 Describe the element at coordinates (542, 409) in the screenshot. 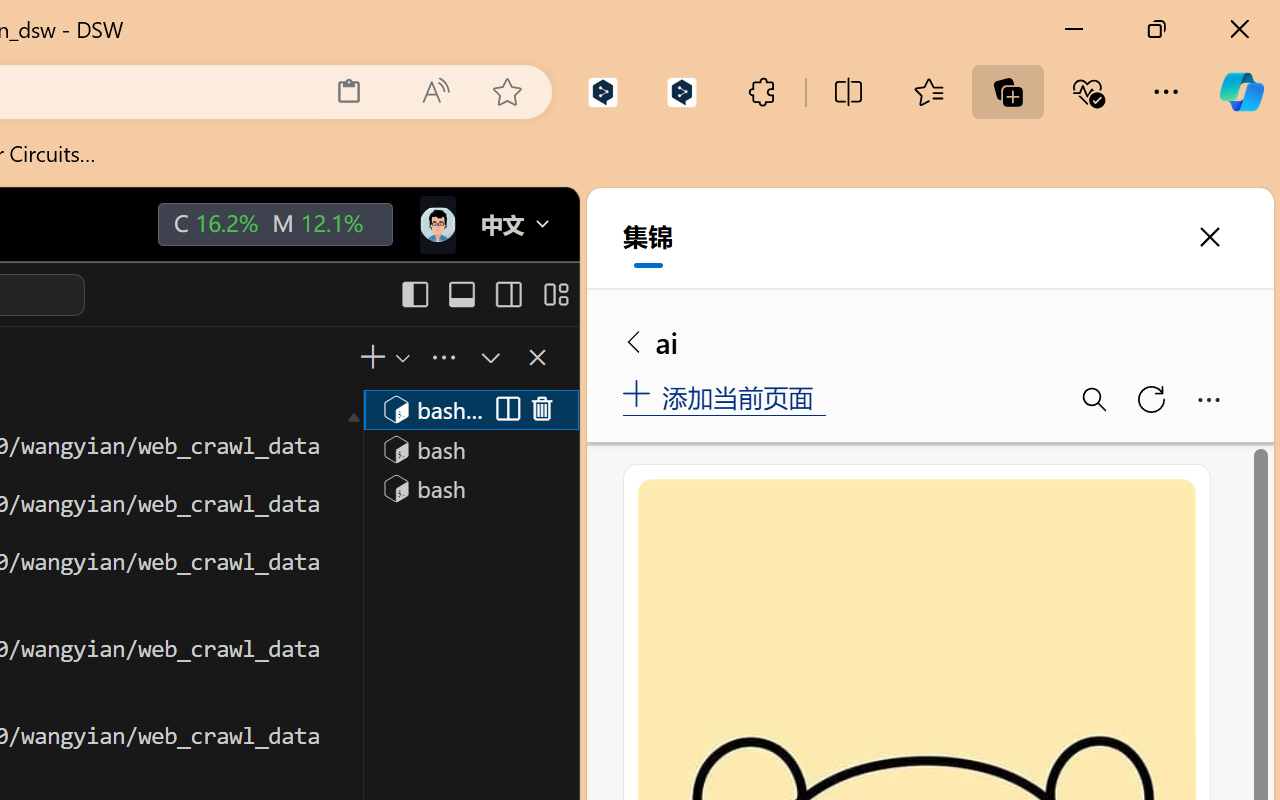

I see `'Kill (Delete)'` at that location.